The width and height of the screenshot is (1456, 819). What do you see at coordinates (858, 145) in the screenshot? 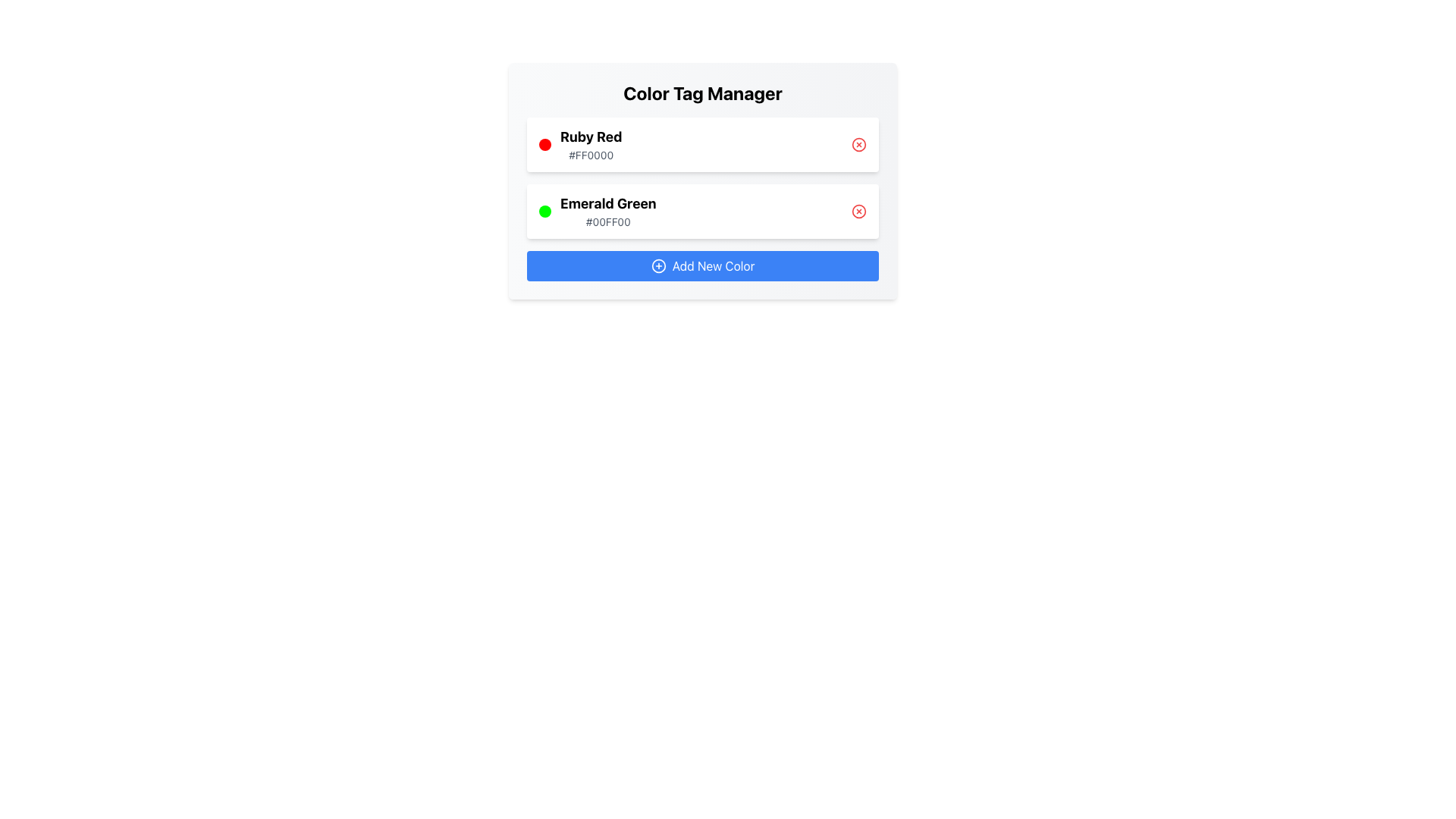
I see `the circular graphical element styled with a red color, which is centrally positioned within the close ('x') symbol icon, located to the right of the 'Ruby Red' color tag` at bounding box center [858, 145].